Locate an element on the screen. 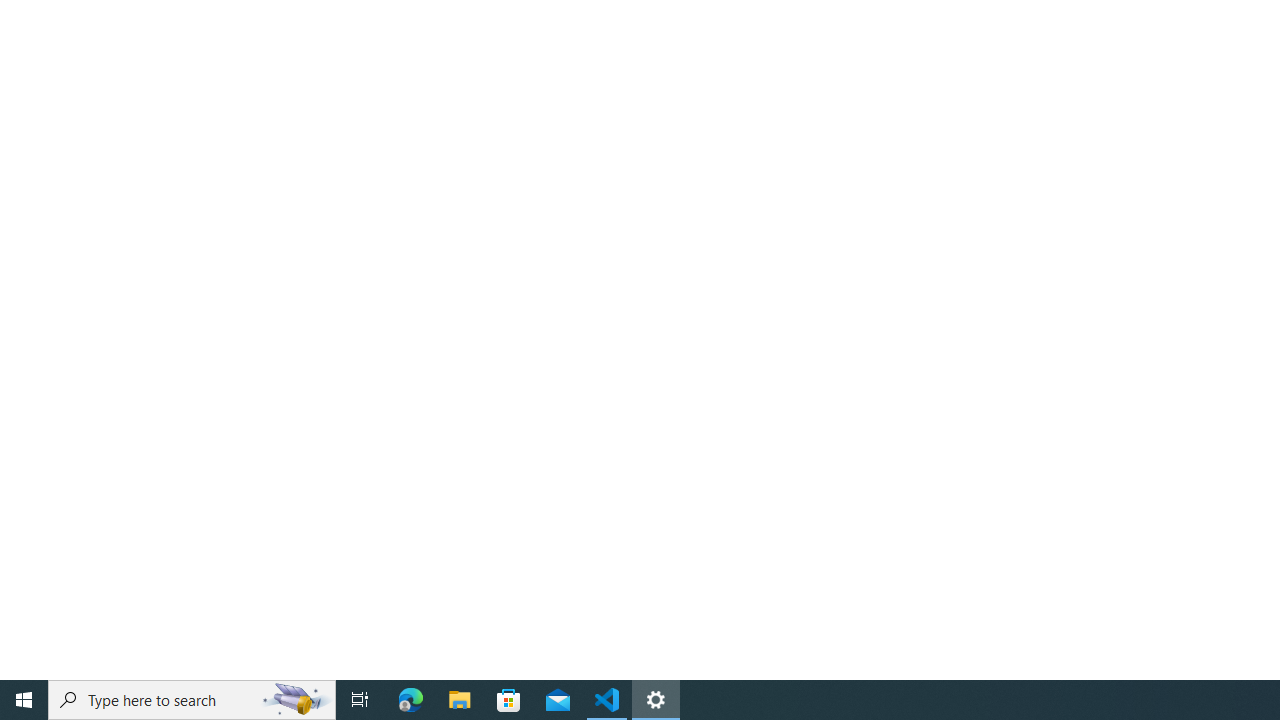  'Visual Studio Code - 1 running window' is located at coordinates (606, 698).